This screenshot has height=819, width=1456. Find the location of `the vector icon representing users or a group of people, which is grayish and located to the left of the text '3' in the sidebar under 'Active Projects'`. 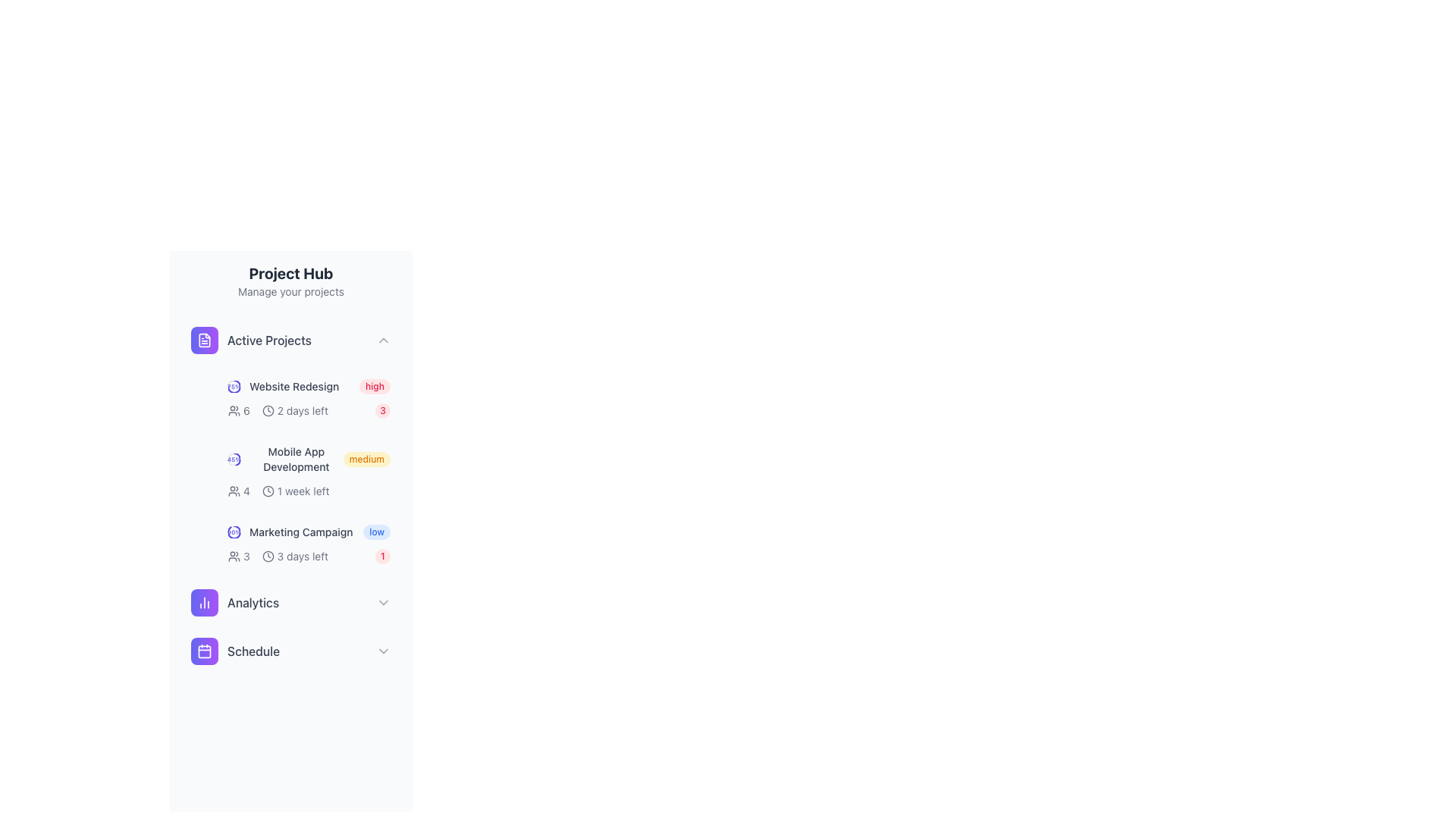

the vector icon representing users or a group of people, which is grayish and located to the left of the text '3' in the sidebar under 'Active Projects' is located at coordinates (233, 556).